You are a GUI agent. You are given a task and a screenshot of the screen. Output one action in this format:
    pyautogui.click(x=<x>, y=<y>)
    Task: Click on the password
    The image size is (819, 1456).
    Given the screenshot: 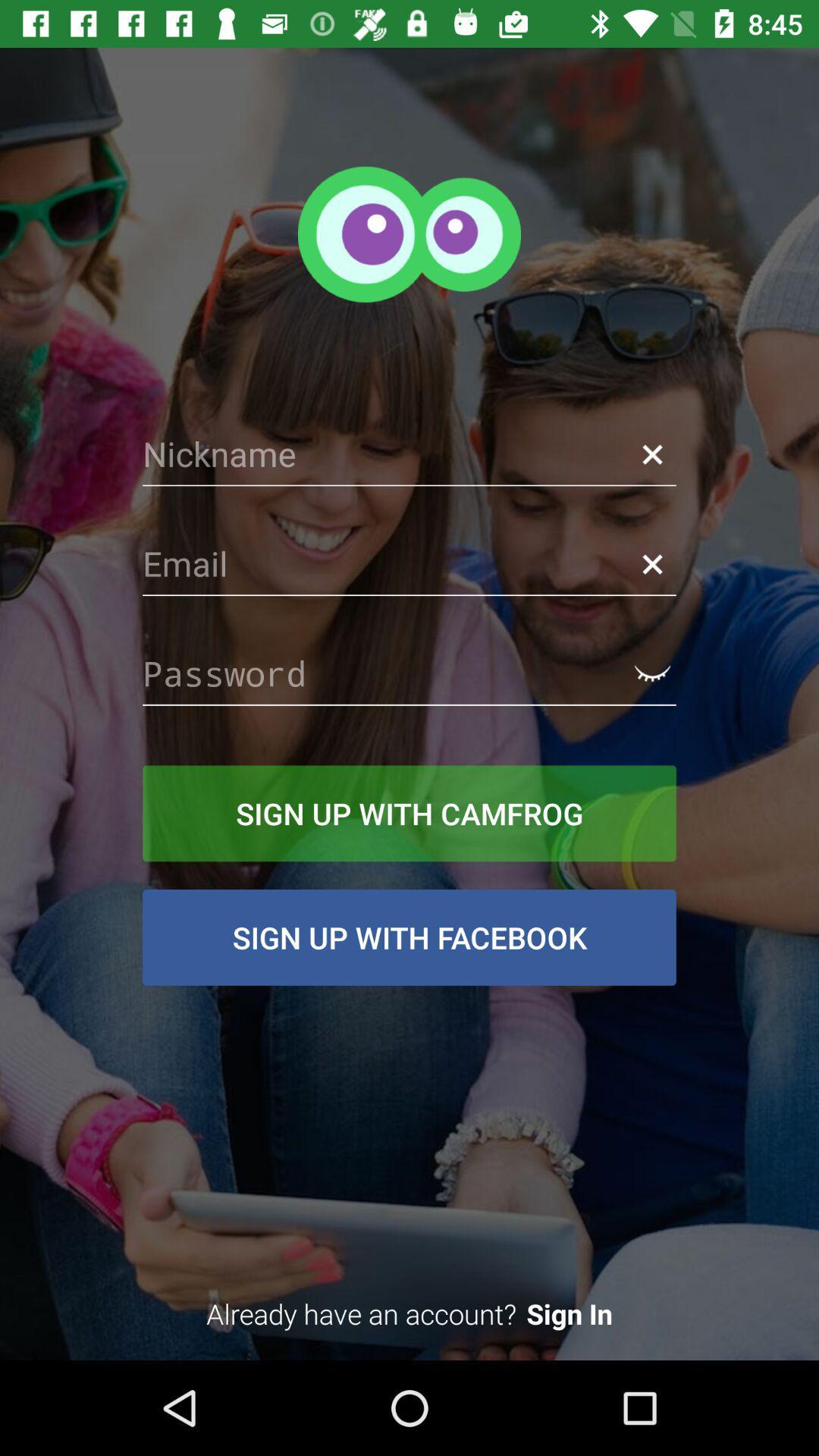 What is the action you would take?
    pyautogui.click(x=409, y=673)
    